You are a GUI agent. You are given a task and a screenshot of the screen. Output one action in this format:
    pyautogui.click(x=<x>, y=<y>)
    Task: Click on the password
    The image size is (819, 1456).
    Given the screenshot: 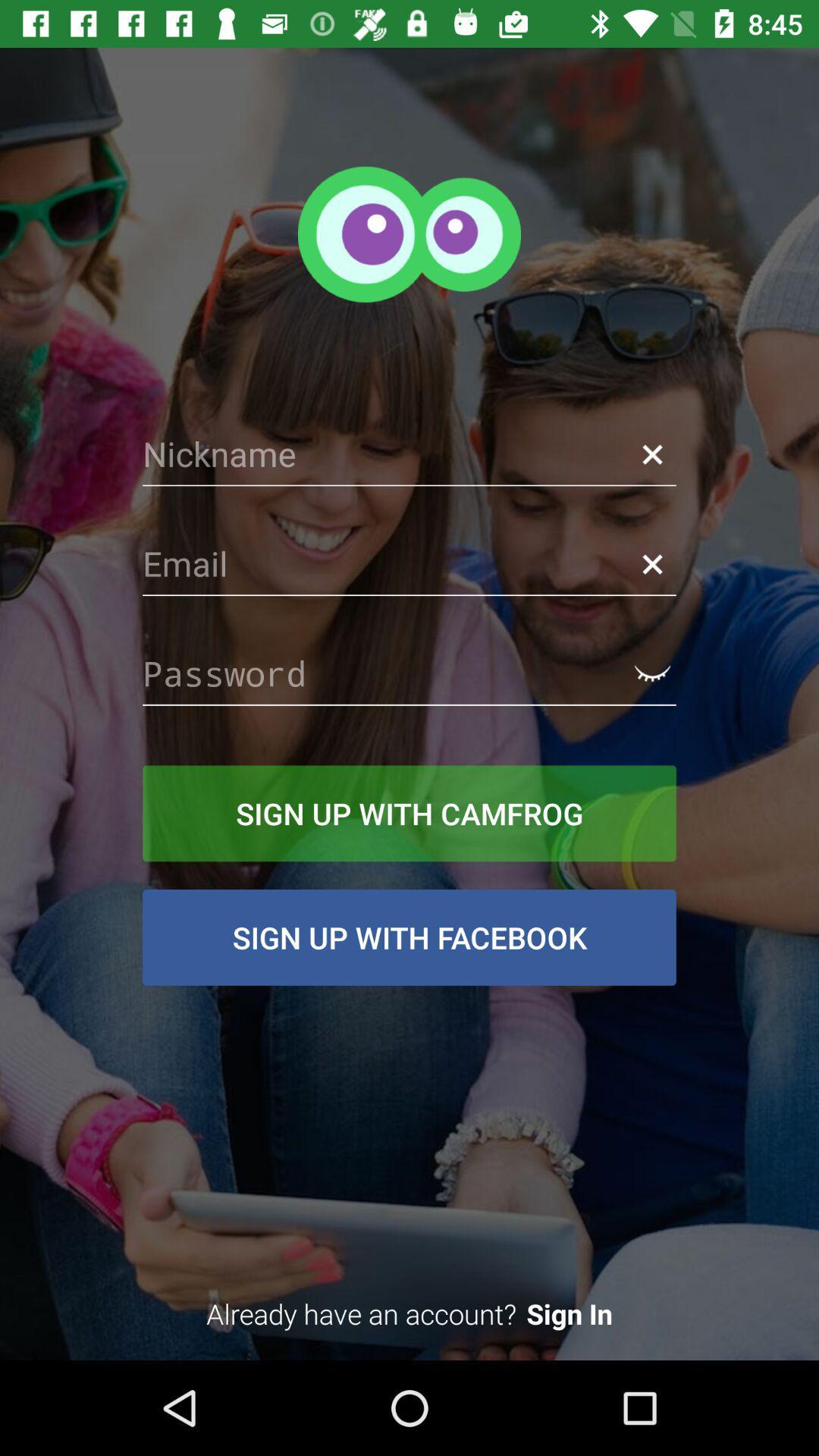 What is the action you would take?
    pyautogui.click(x=409, y=673)
    